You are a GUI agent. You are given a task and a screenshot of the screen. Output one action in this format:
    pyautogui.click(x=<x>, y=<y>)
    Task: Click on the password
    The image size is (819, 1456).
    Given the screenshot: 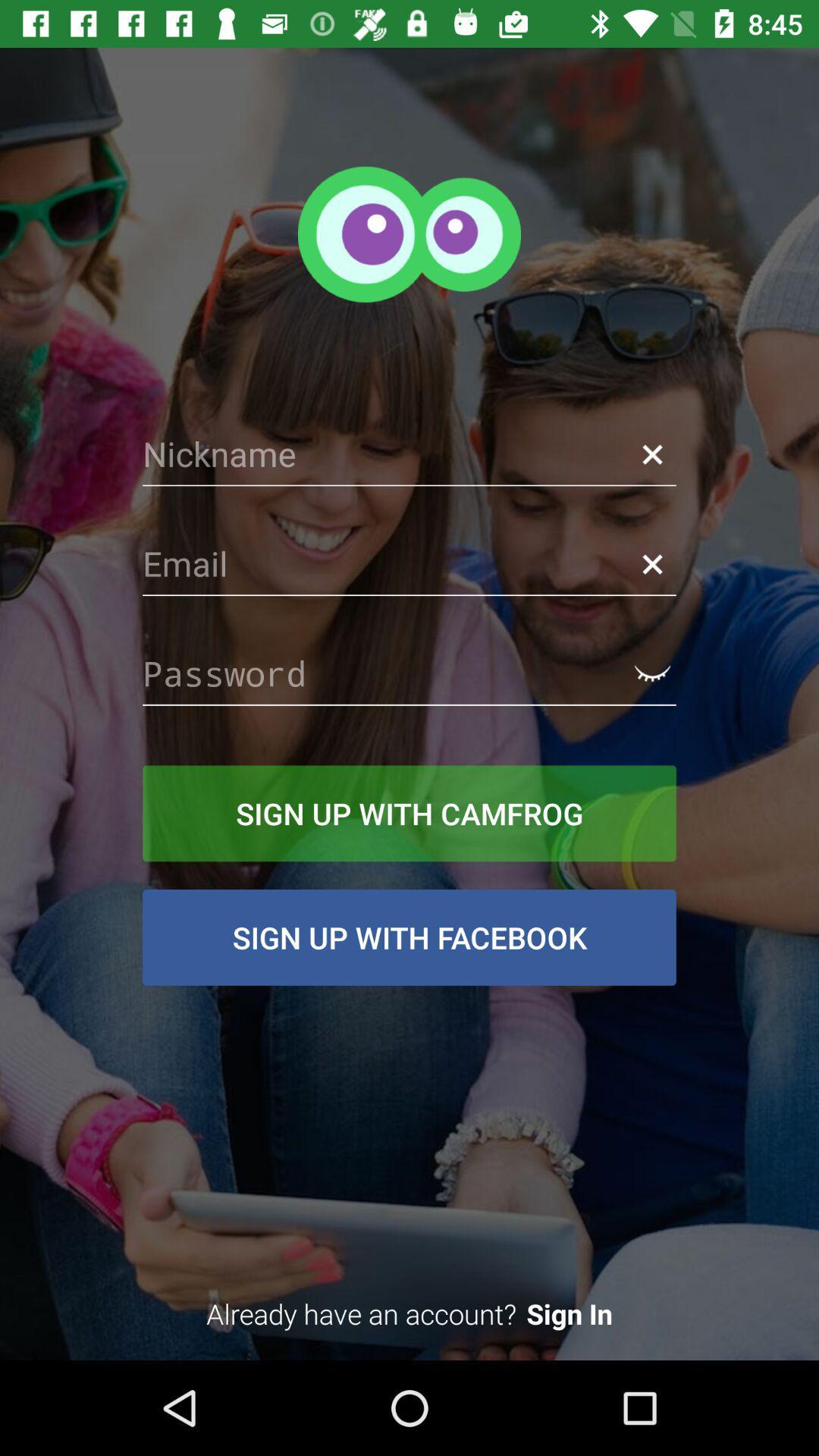 What is the action you would take?
    pyautogui.click(x=409, y=673)
    